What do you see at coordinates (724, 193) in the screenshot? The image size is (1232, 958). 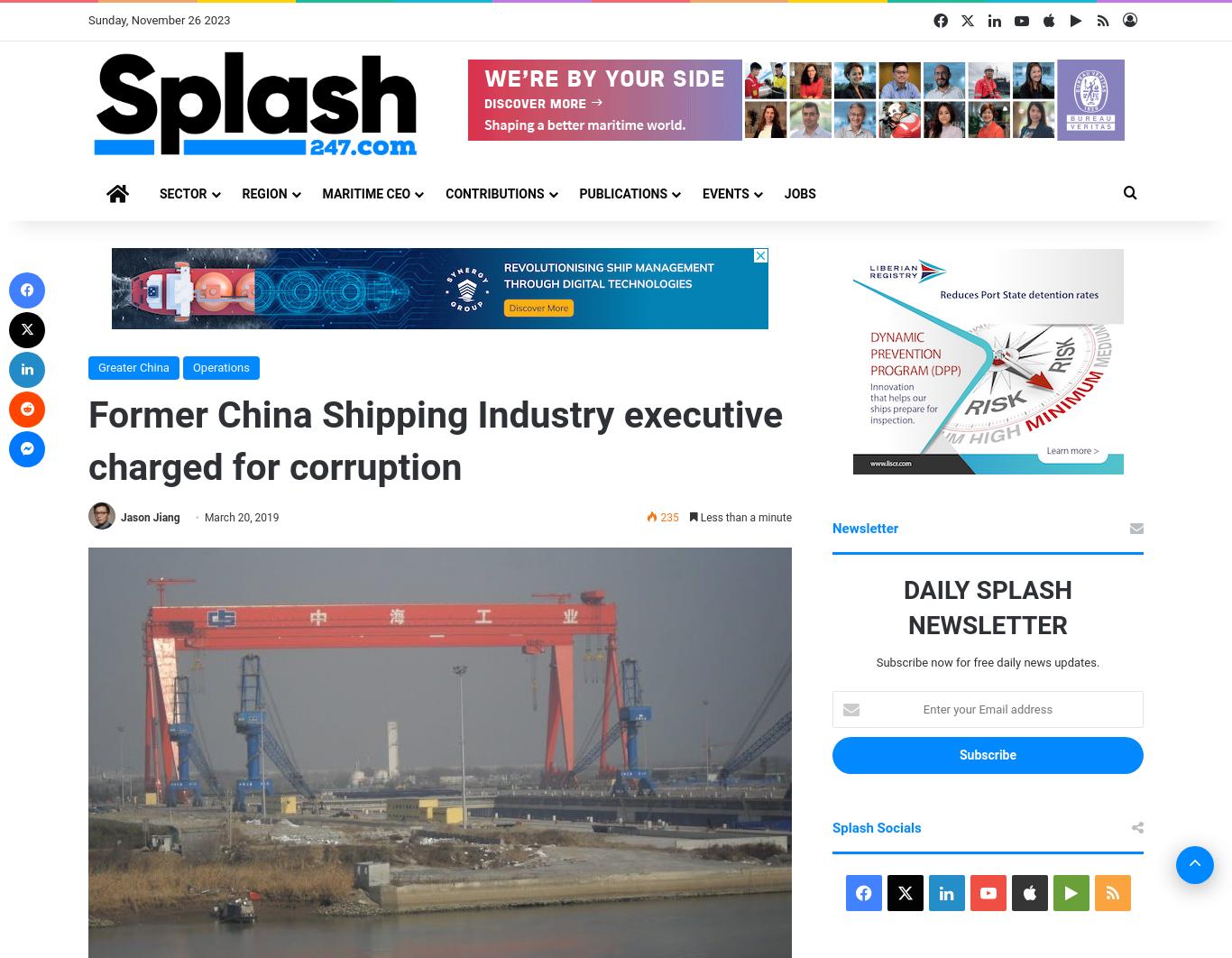 I see `'Events'` at bounding box center [724, 193].